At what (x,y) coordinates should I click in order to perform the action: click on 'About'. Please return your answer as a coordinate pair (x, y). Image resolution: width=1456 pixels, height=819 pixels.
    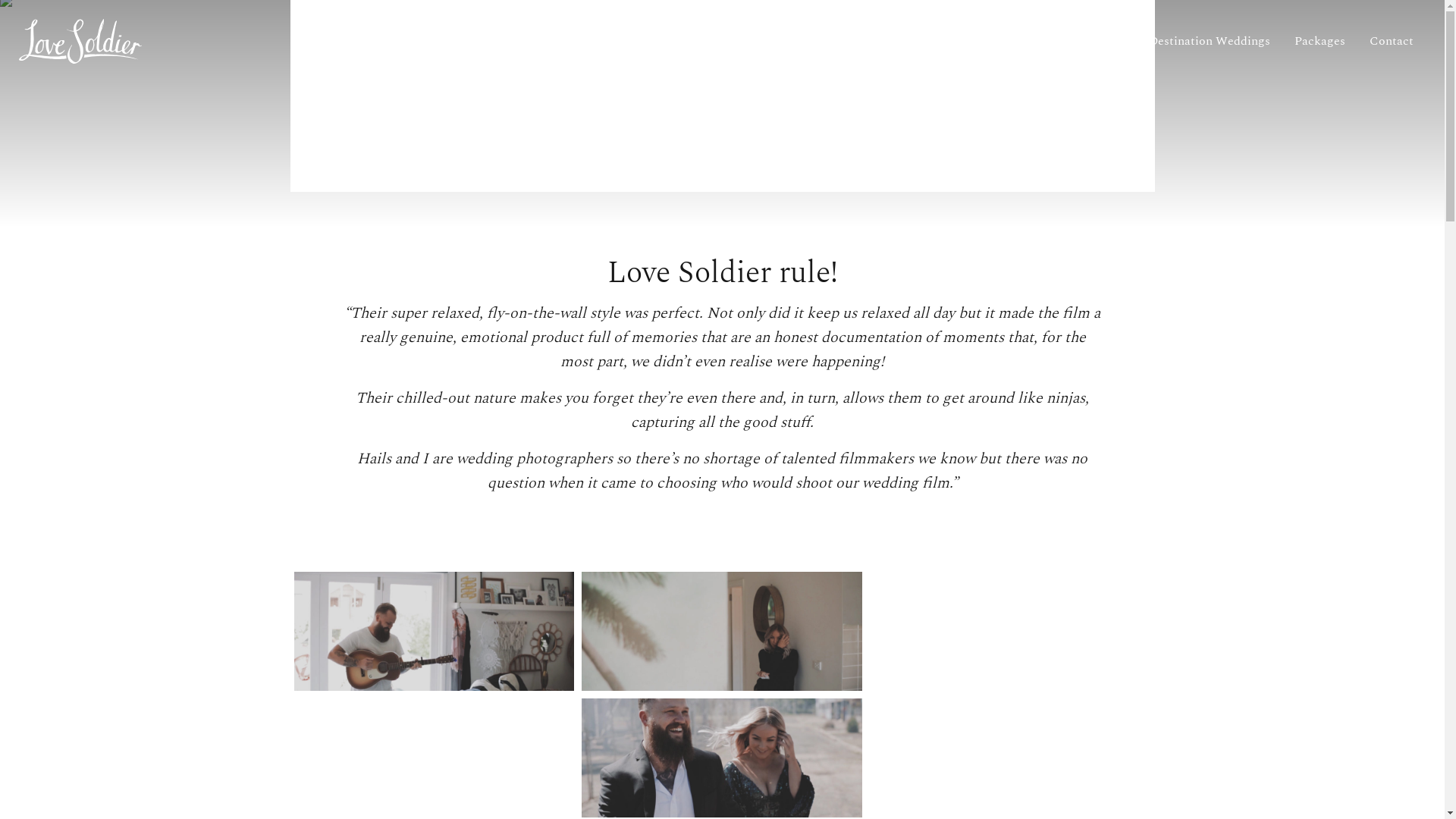
    Looking at the image, I should click on (1051, 40).